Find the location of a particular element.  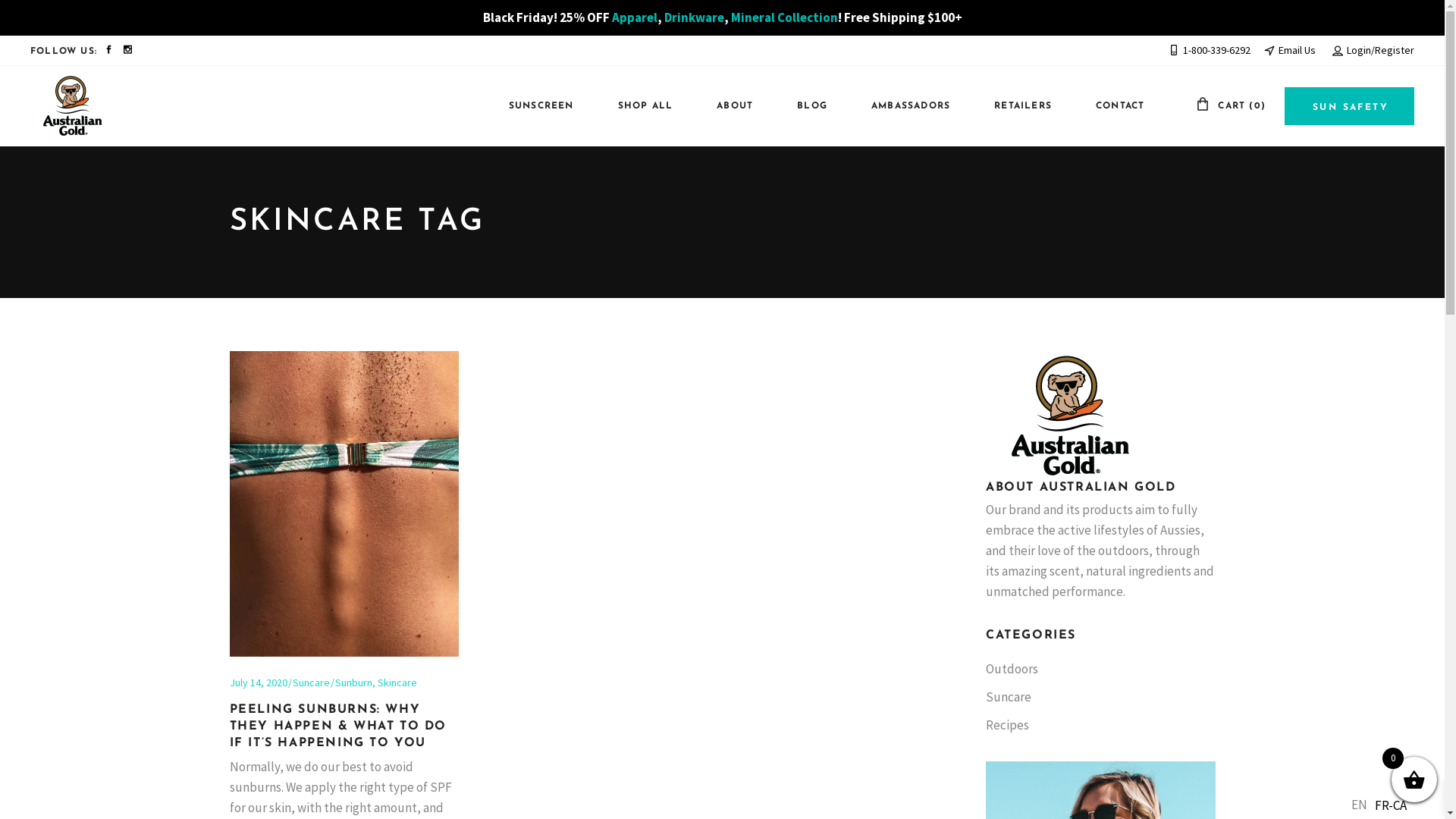

'ABOUT' is located at coordinates (726, 105).